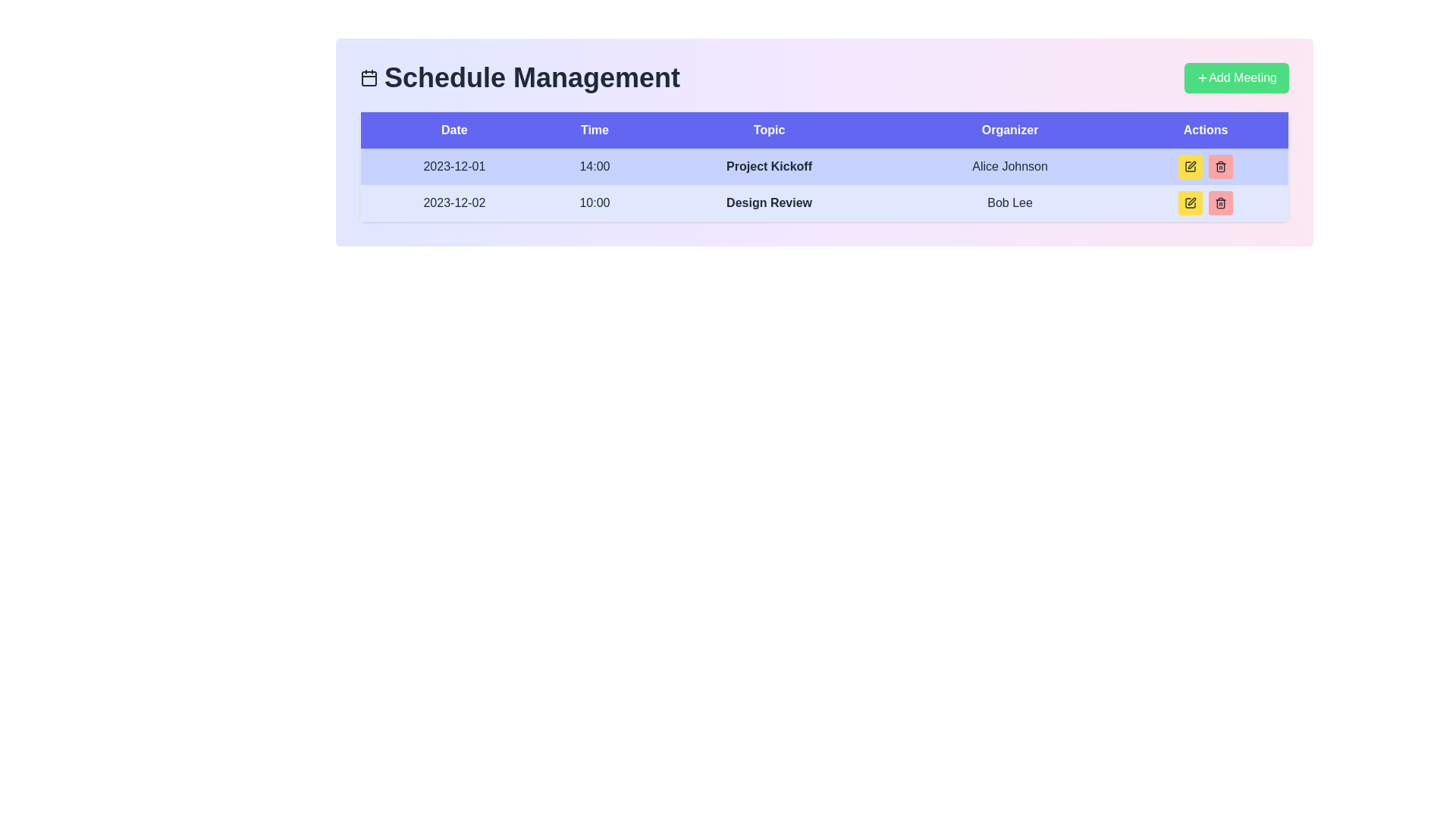 Image resolution: width=1456 pixels, height=819 pixels. What do you see at coordinates (453, 129) in the screenshot?
I see `the 'Date' text label in the header row of the table, which is displayed in white on a purple background` at bounding box center [453, 129].